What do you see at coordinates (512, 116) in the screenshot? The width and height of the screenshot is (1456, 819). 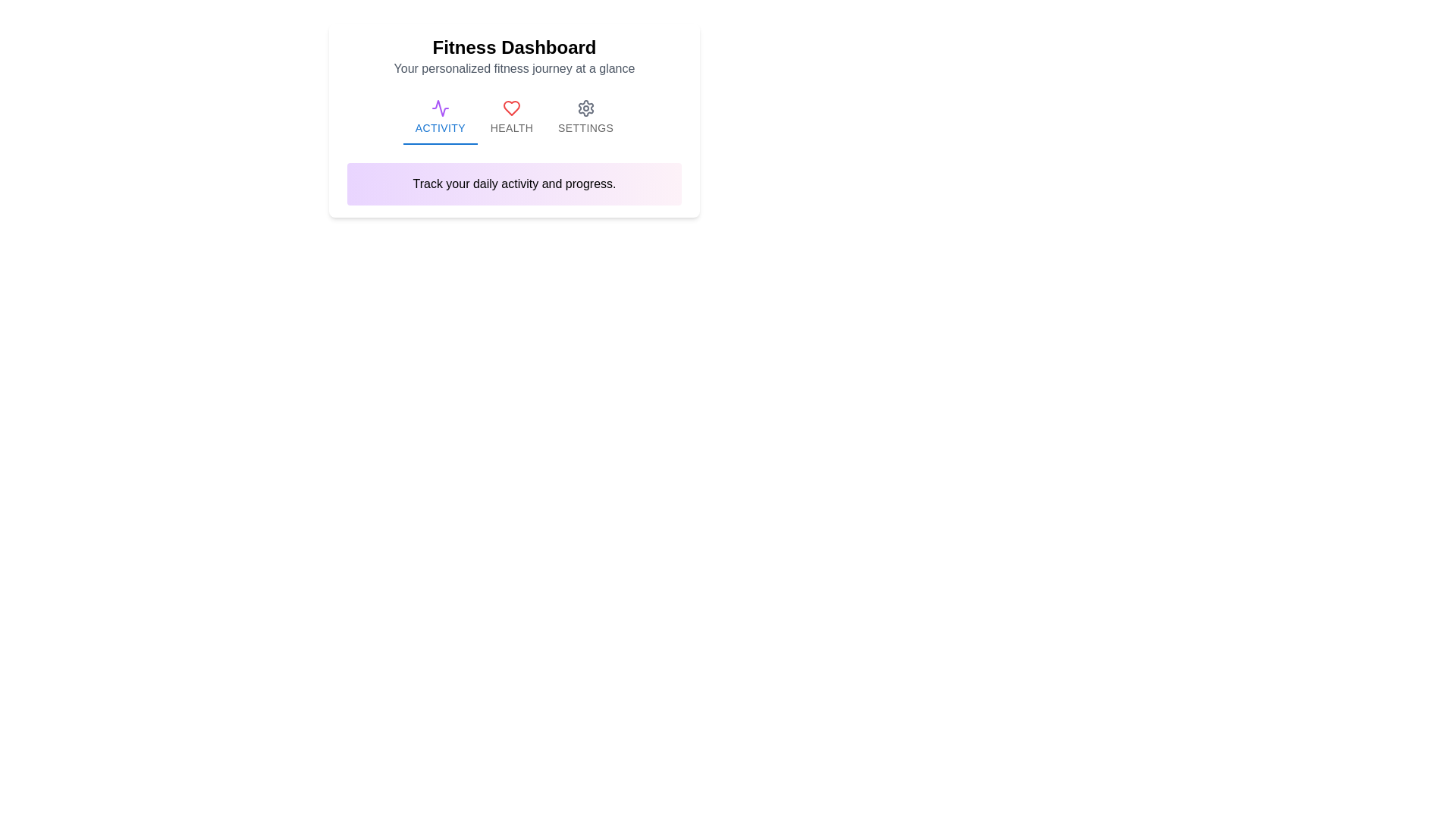 I see `the 'Health' tab` at bounding box center [512, 116].